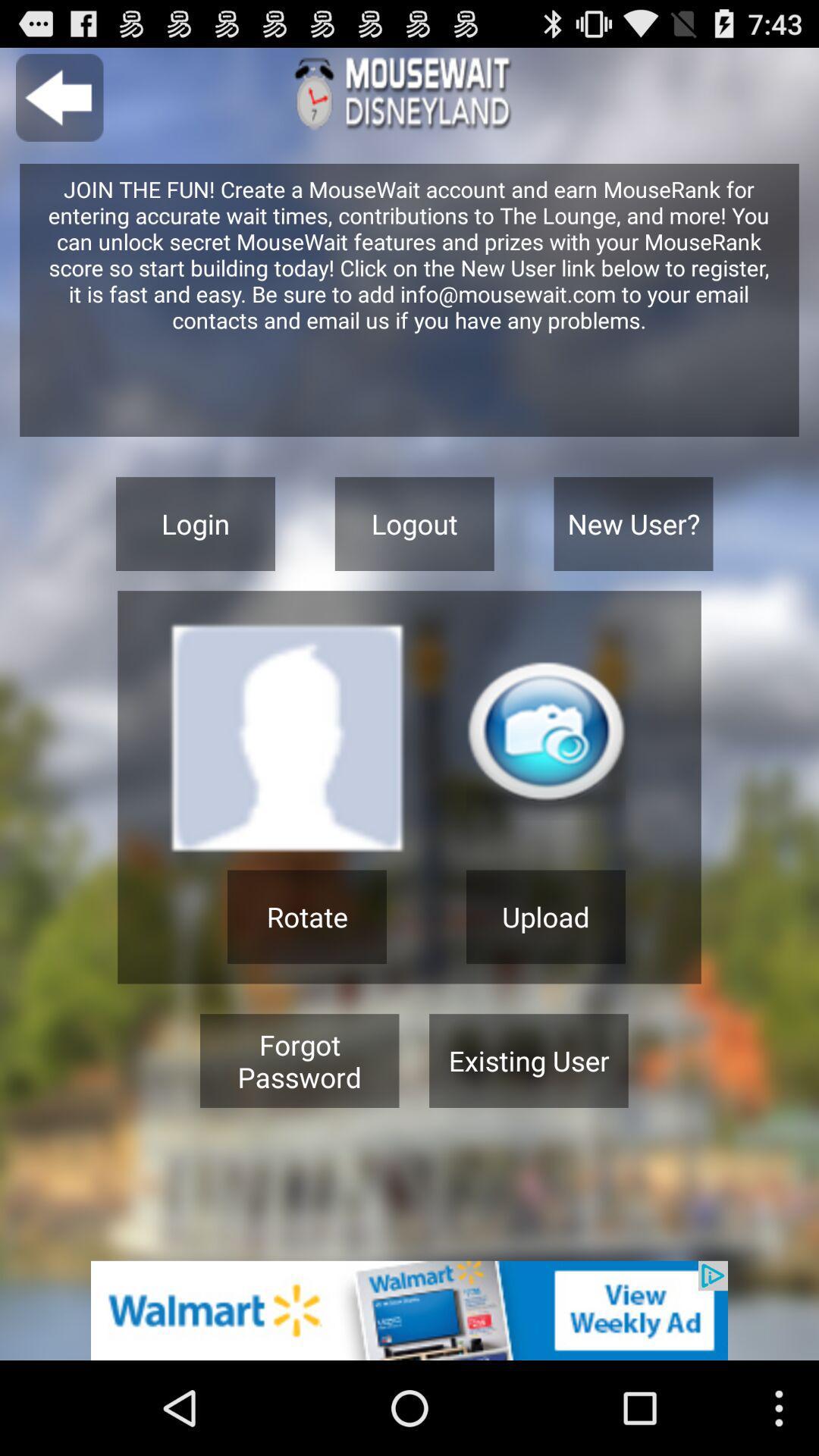 The image size is (819, 1456). I want to click on previous option, so click(58, 97).